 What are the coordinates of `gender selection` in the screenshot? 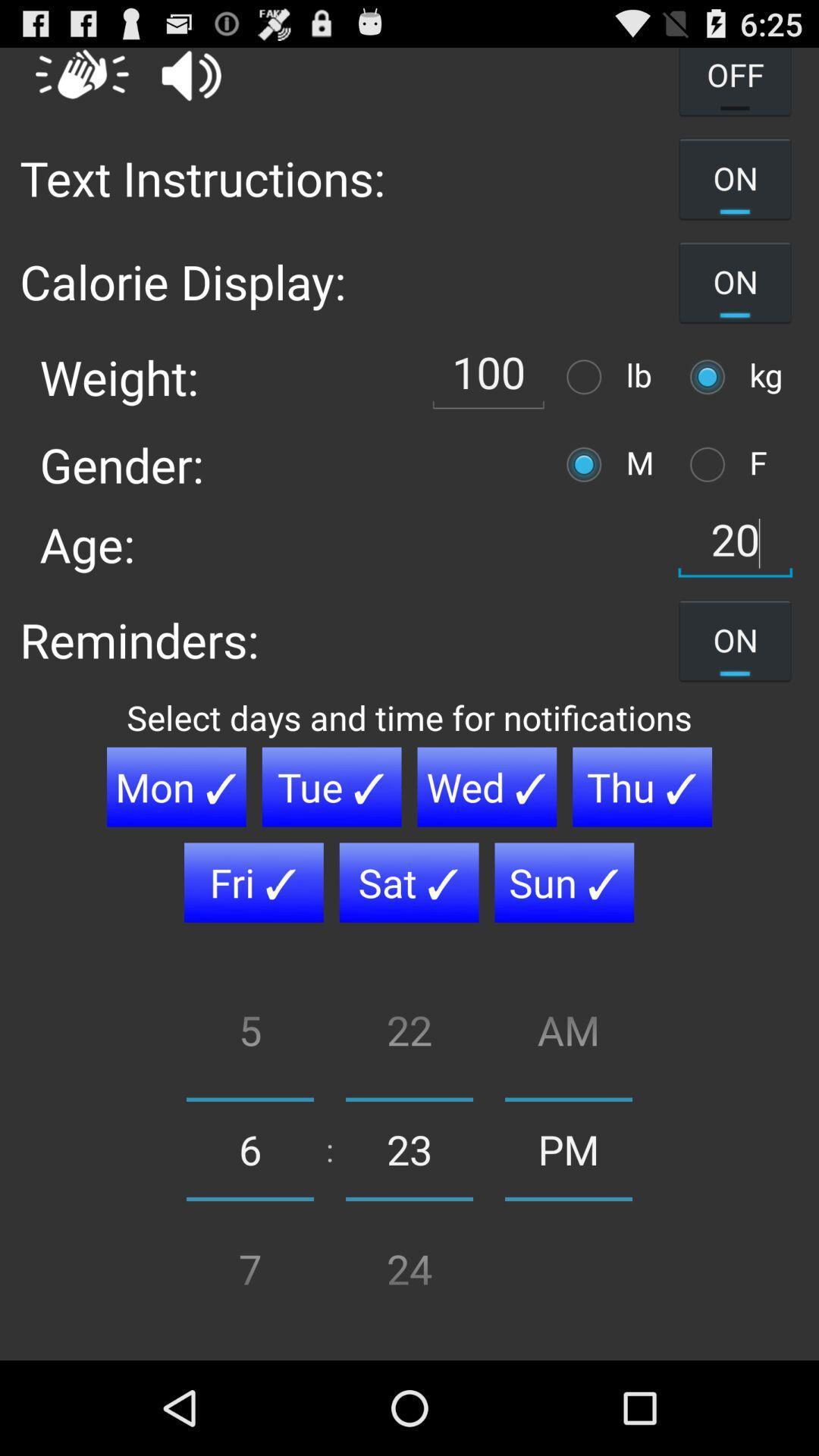 It's located at (587, 463).